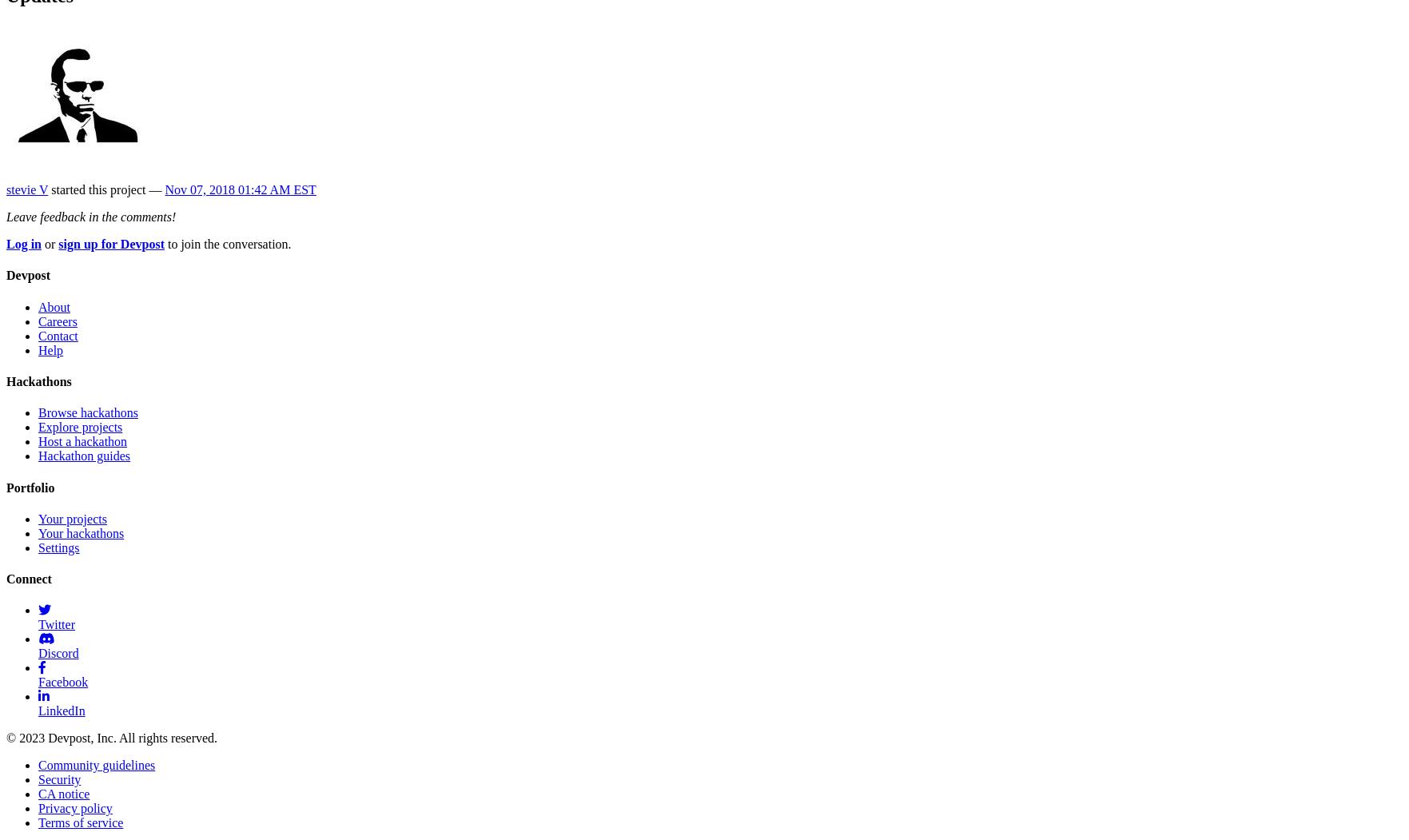  What do you see at coordinates (80, 426) in the screenshot?
I see `'Explore projects'` at bounding box center [80, 426].